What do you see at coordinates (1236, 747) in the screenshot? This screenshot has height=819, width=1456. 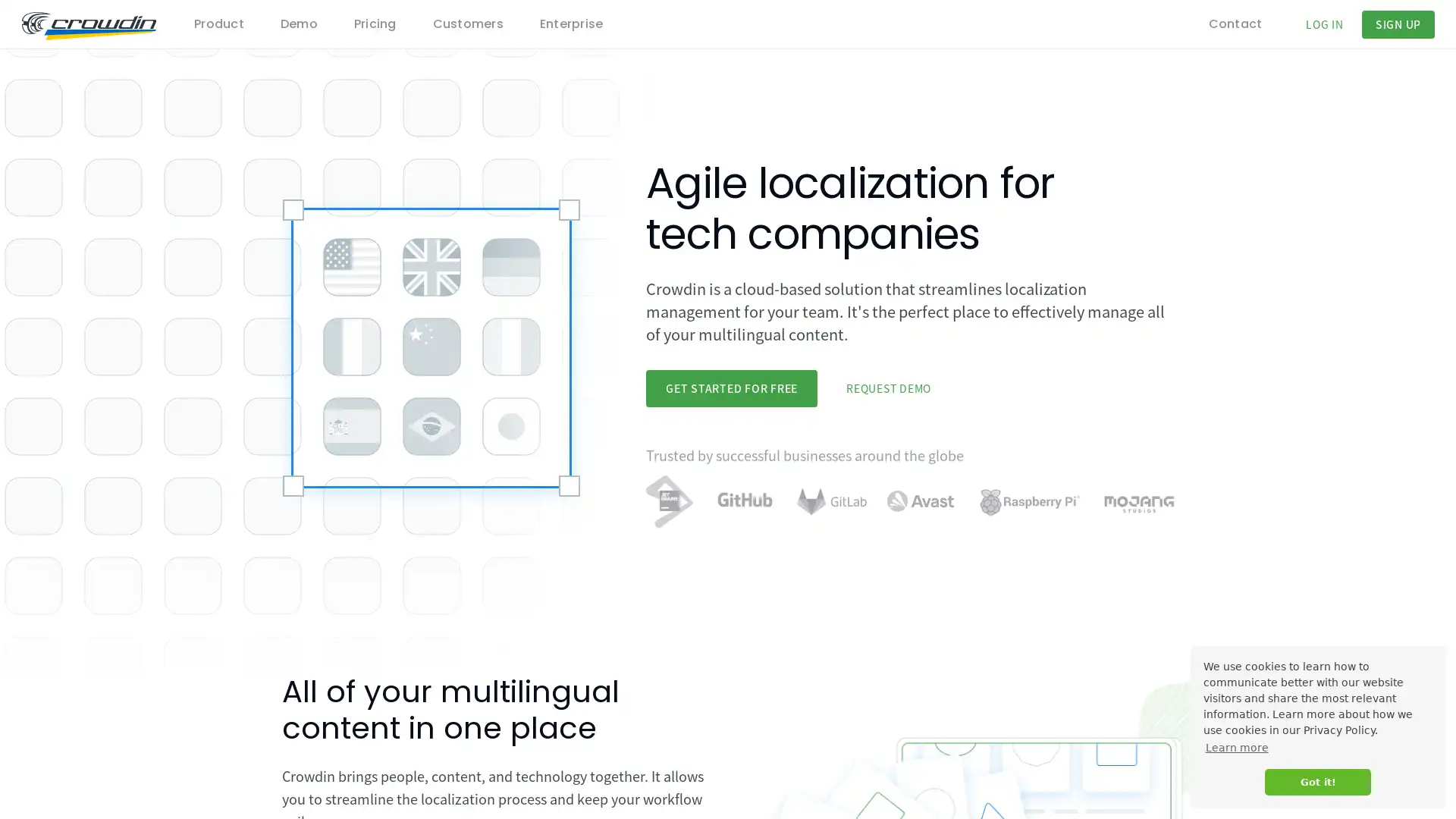 I see `learn more about cookies` at bounding box center [1236, 747].